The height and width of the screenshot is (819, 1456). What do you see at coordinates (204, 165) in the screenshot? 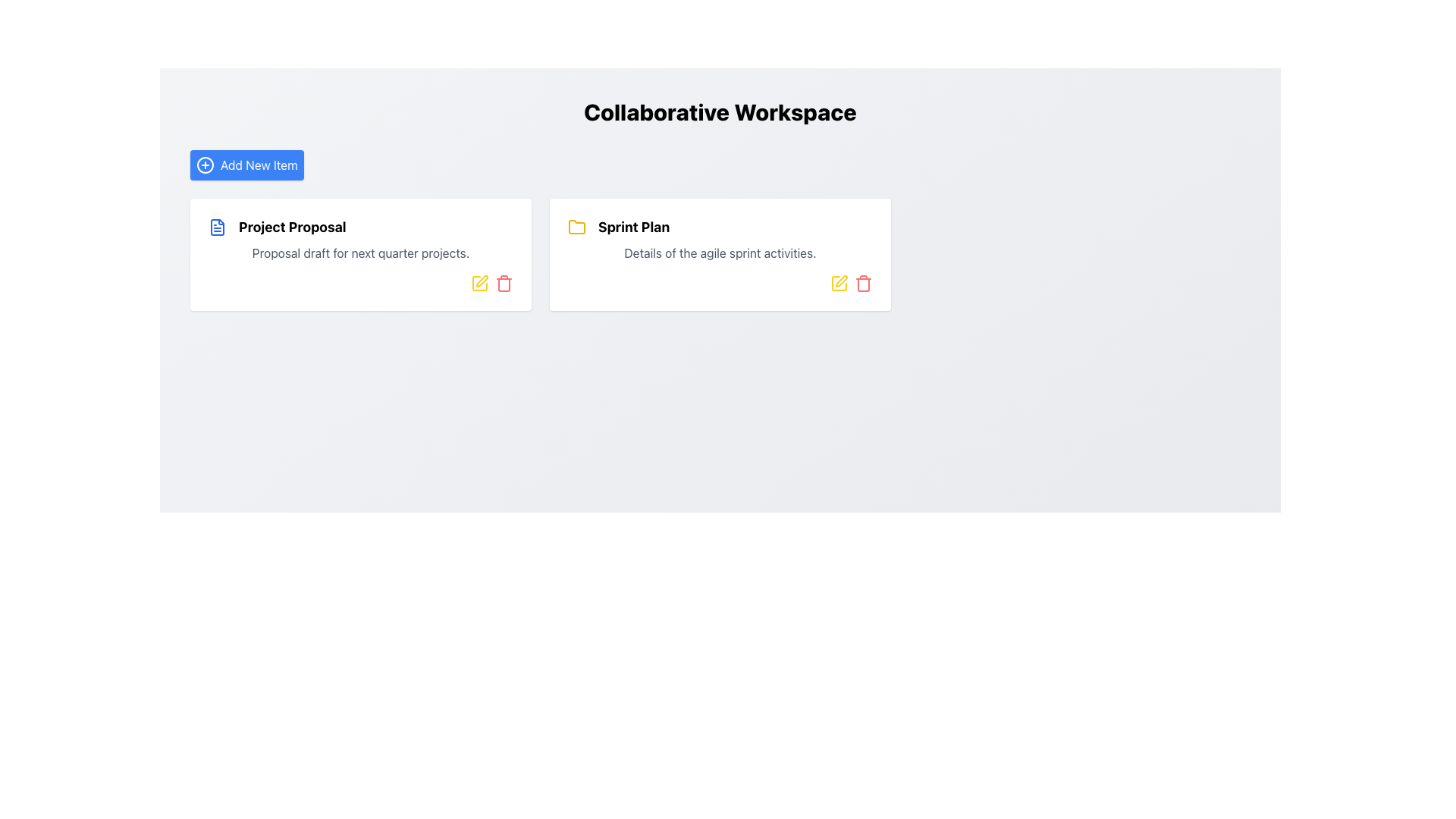
I see `the SVG circle element that represents the innermost component of the 'Add New Item' button's icon, located at the top left of the blue button` at bounding box center [204, 165].